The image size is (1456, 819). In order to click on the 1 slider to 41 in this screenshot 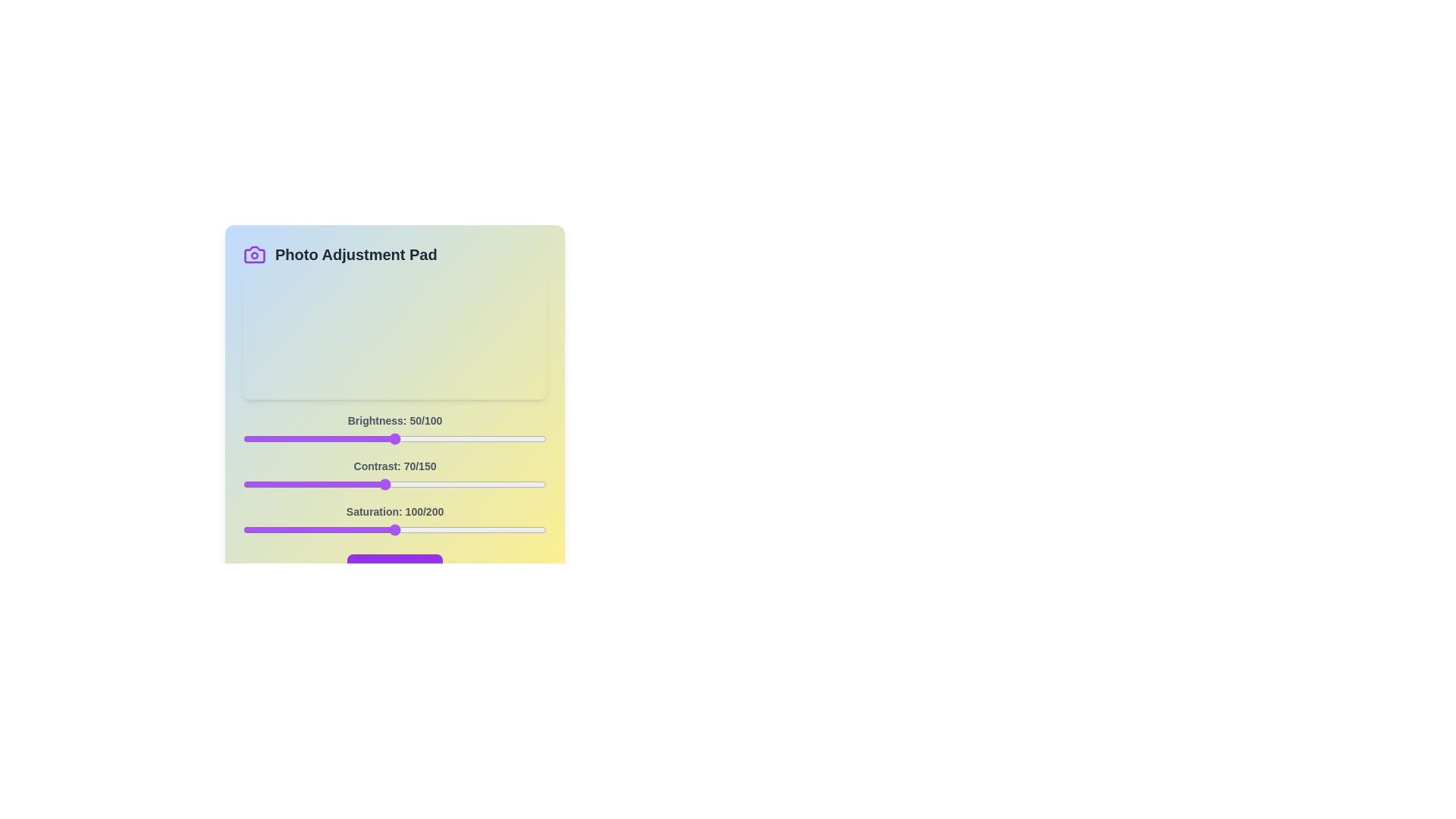, I will do `click(325, 485)`.